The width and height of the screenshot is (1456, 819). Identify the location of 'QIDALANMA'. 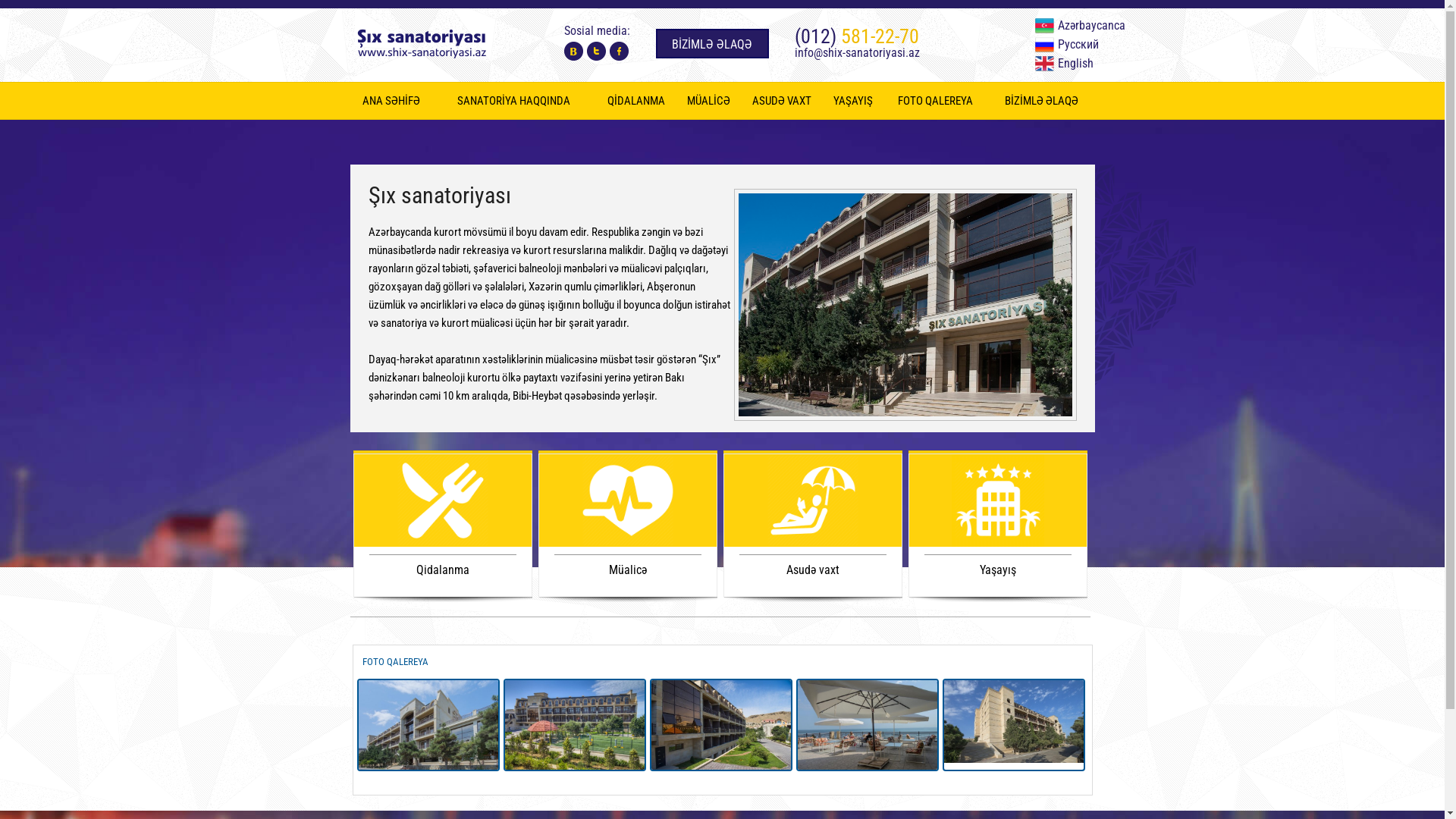
(636, 100).